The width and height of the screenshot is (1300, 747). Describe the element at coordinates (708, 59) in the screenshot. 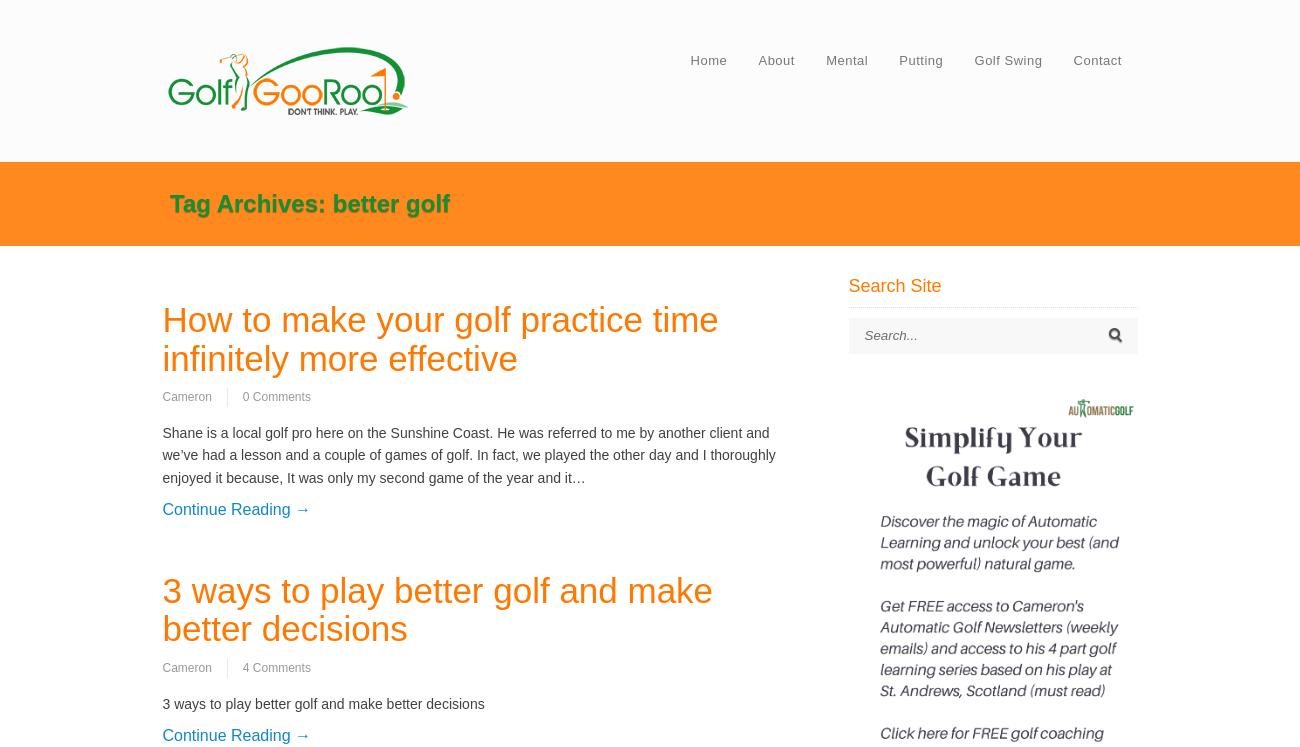

I see `'Home'` at that location.